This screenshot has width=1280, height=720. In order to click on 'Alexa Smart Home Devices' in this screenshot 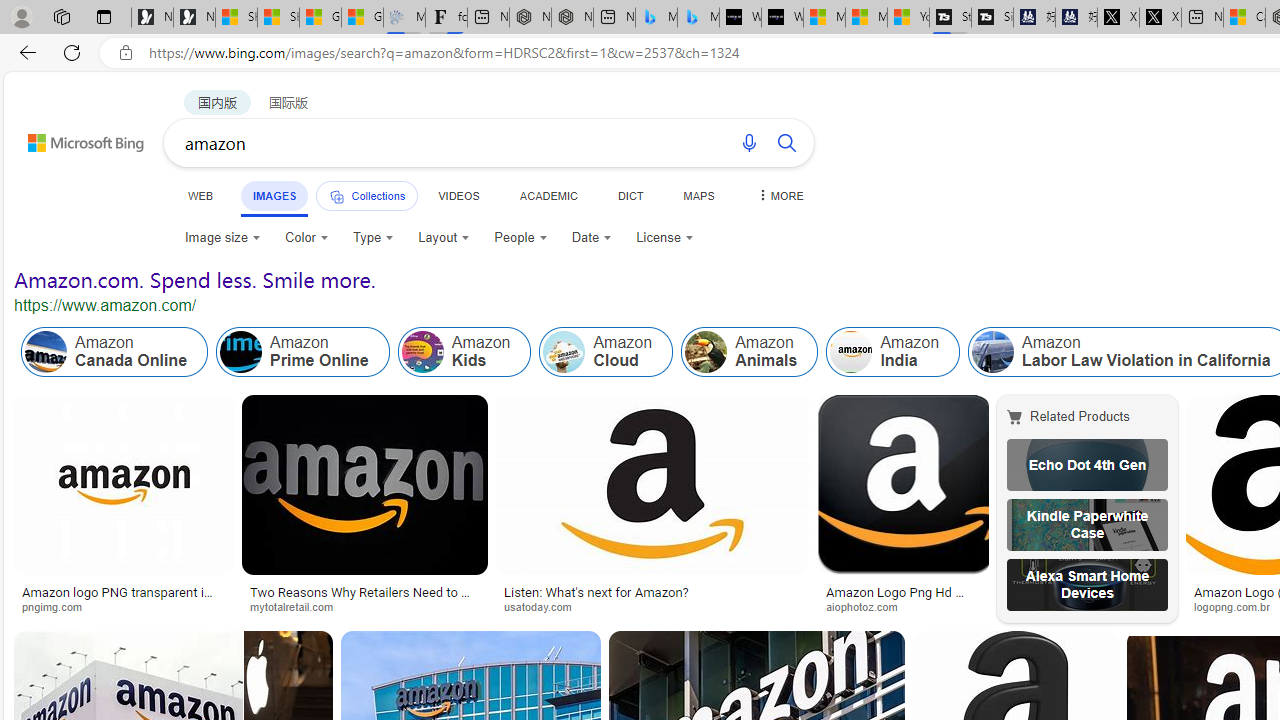, I will do `click(1086, 585)`.